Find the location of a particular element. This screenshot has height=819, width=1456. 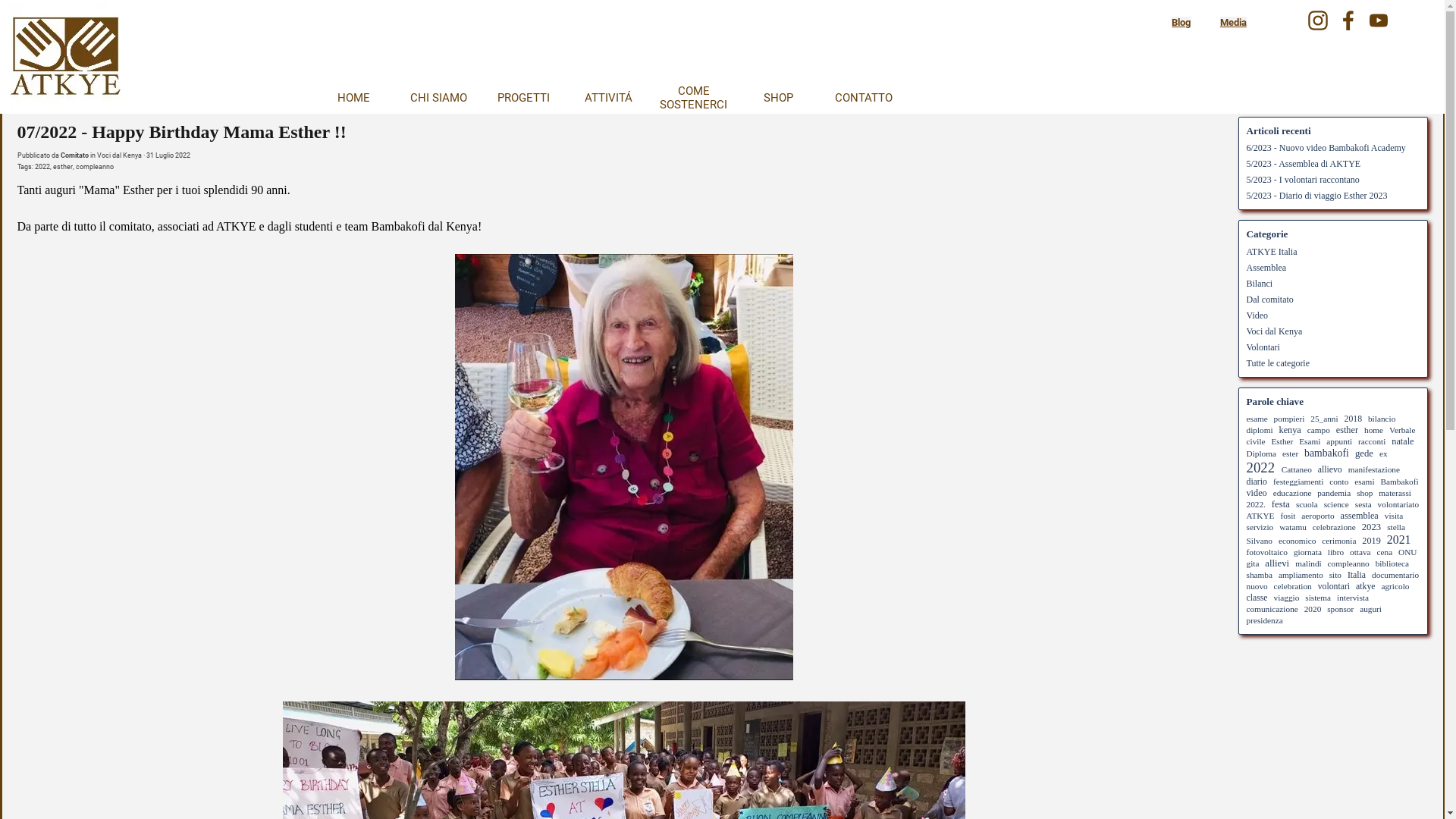

'home' is located at coordinates (1373, 430).